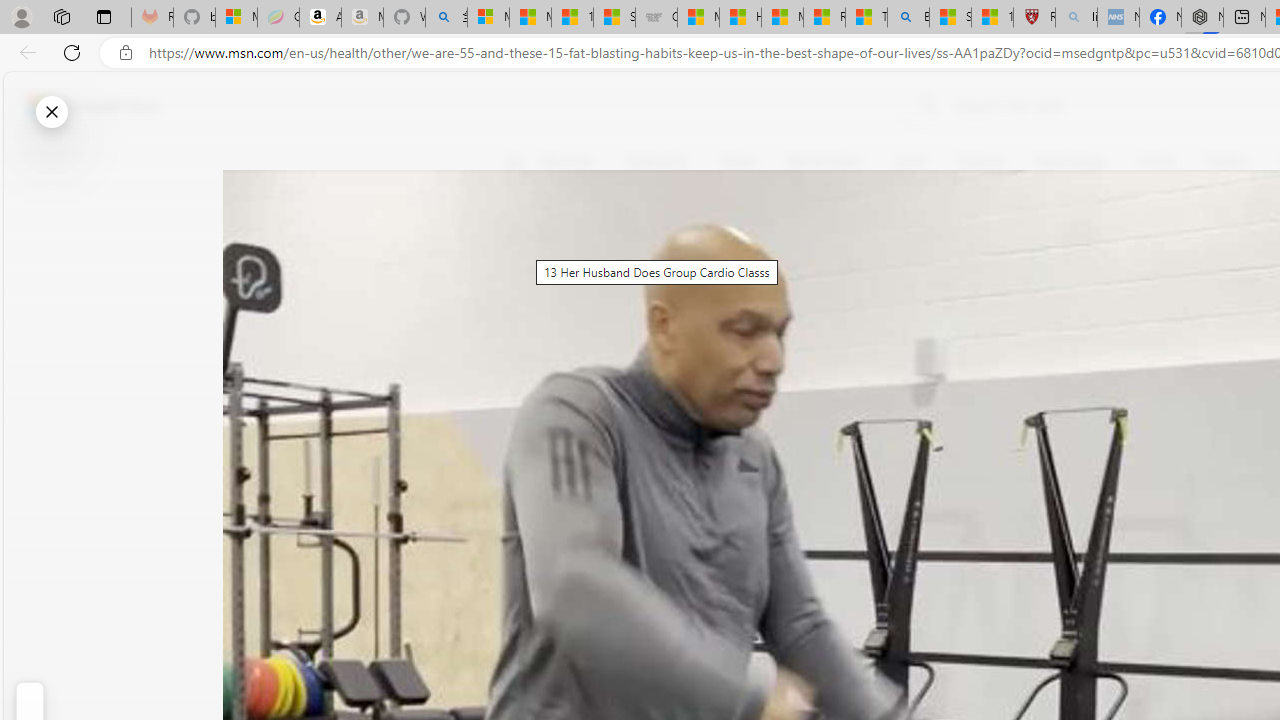  Describe the element at coordinates (992, 17) in the screenshot. I see `'12 Popular Science Lies that Must be Corrected'` at that location.